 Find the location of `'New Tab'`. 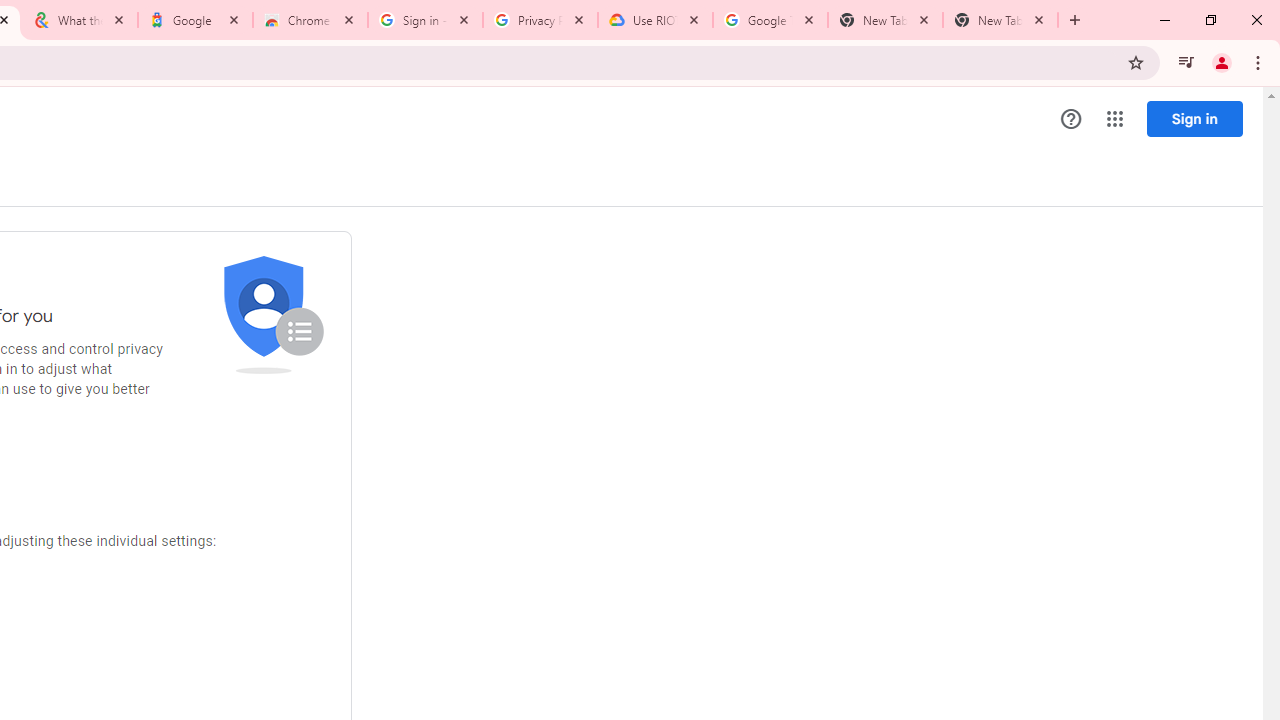

'New Tab' is located at coordinates (1000, 20).